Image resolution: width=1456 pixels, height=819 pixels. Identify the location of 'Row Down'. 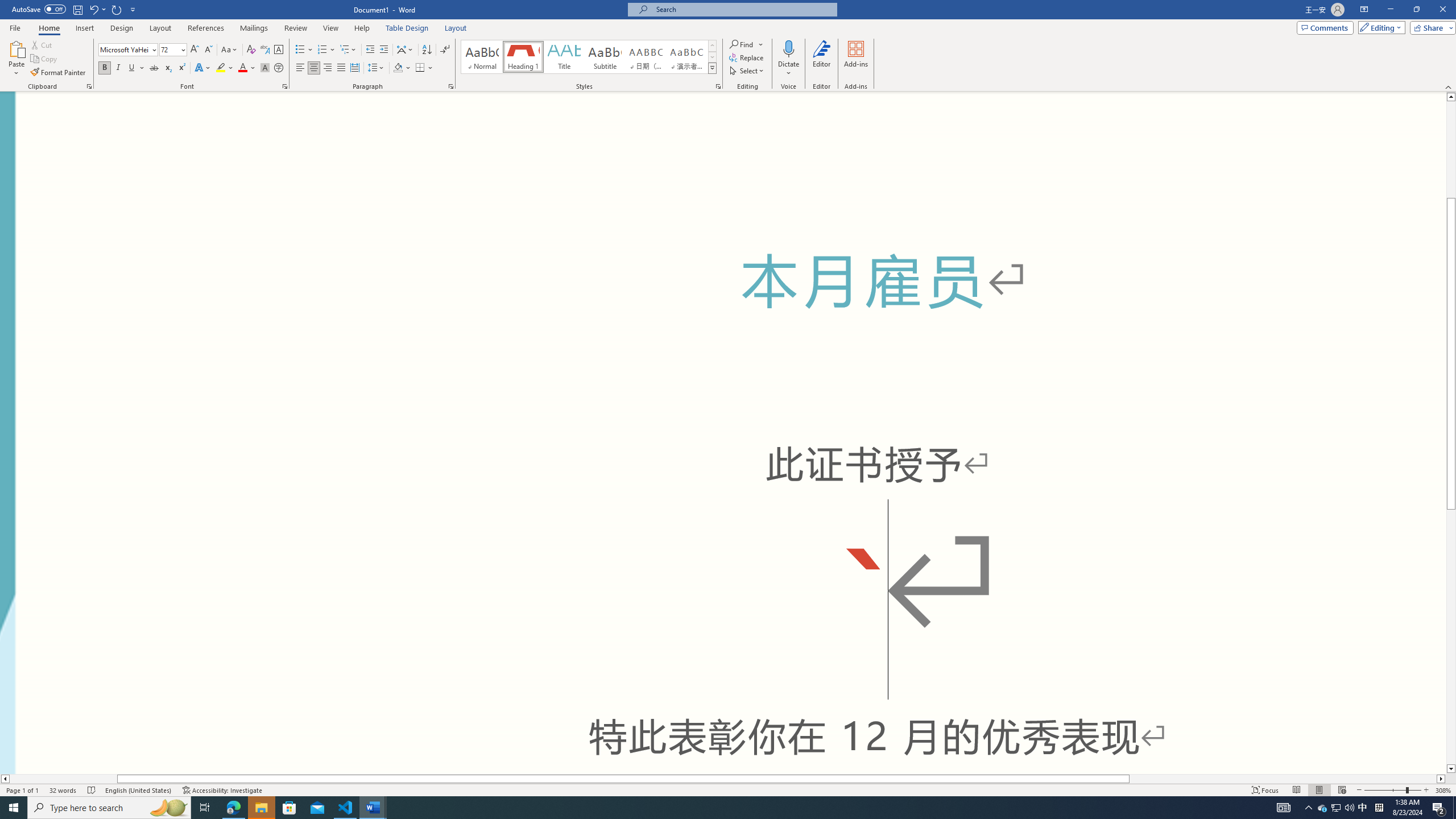
(712, 56).